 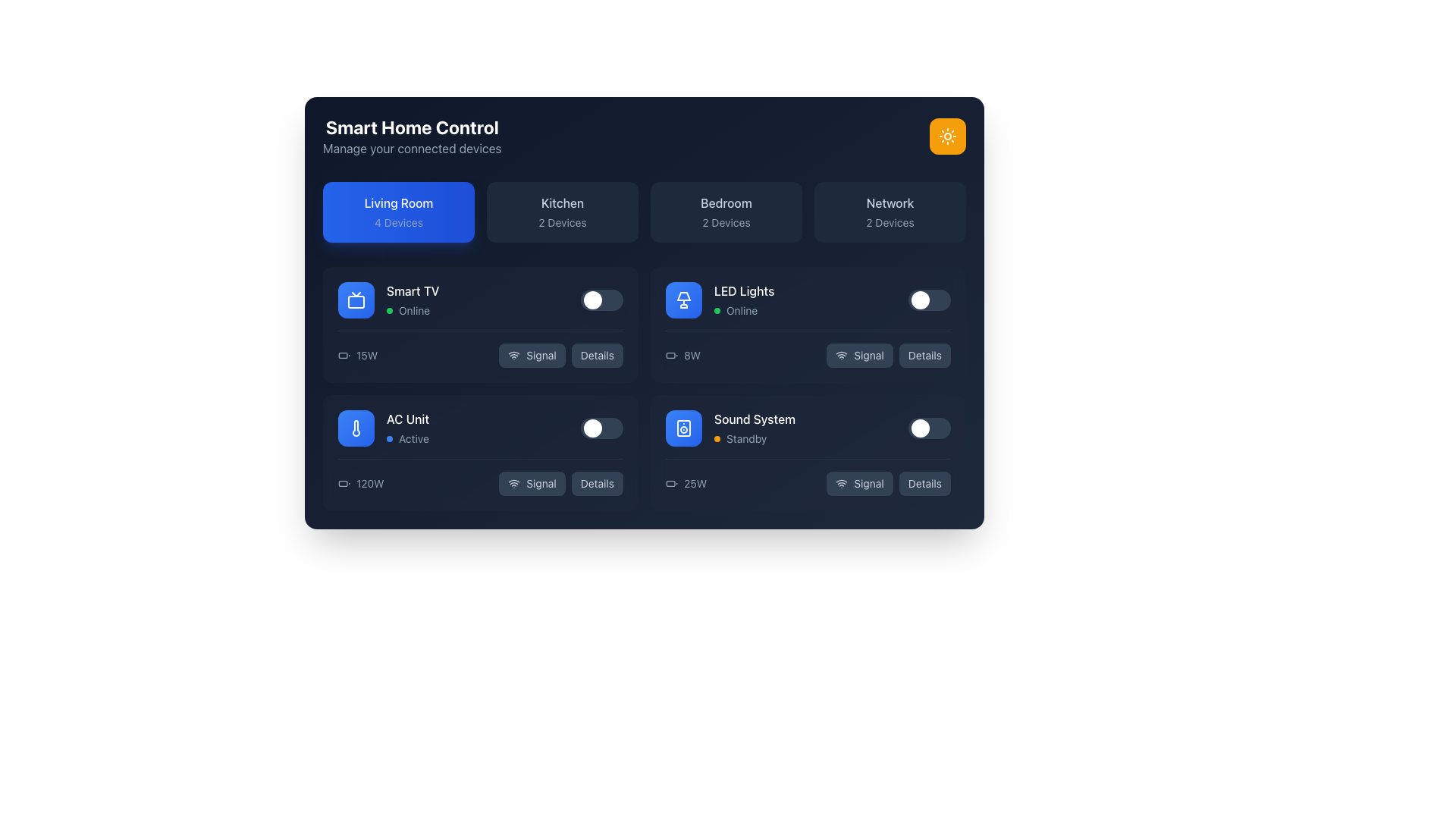 What do you see at coordinates (683, 428) in the screenshot?
I see `the speaker device icon in the 'Sound System' section` at bounding box center [683, 428].